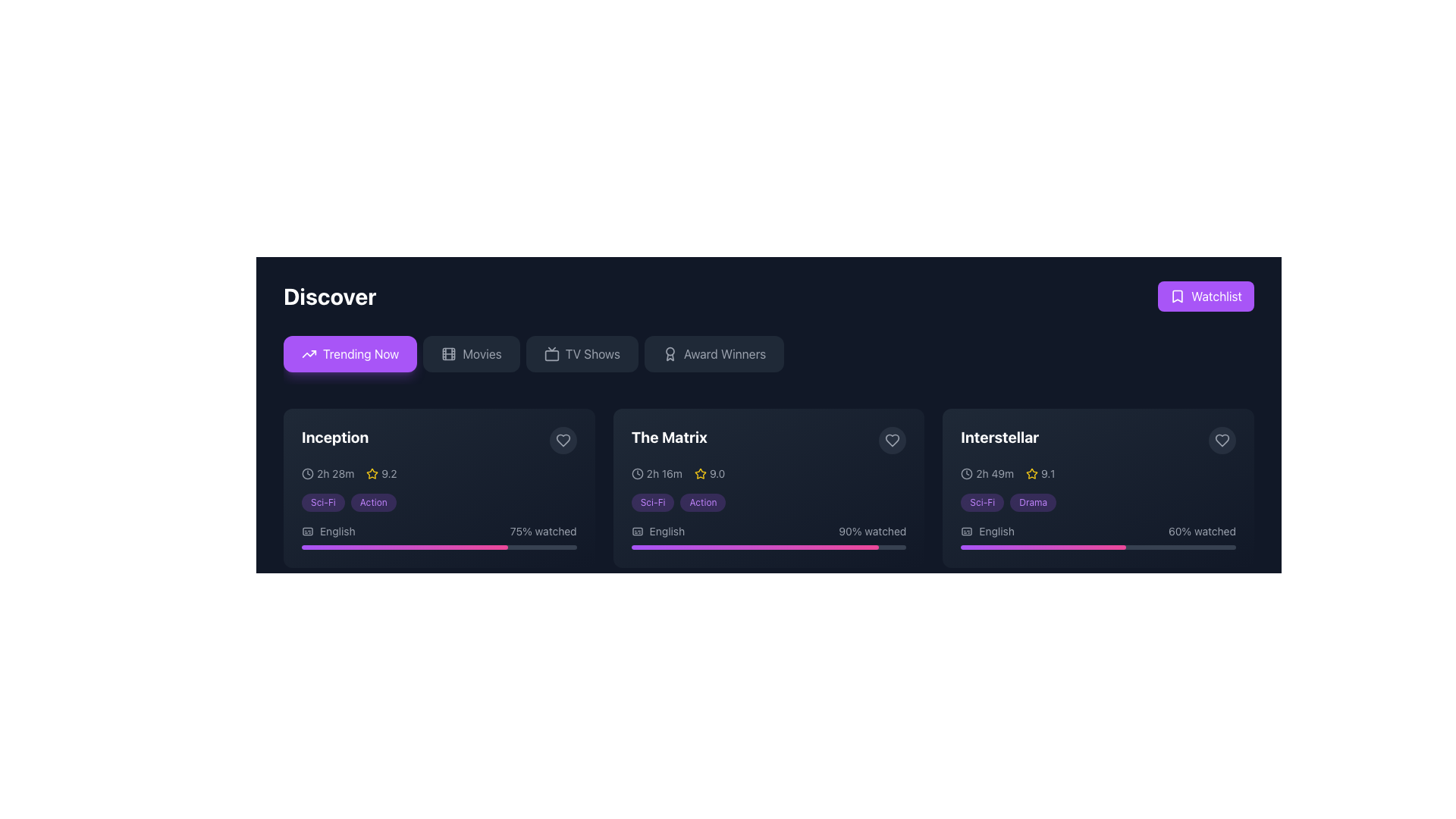 This screenshot has width=1456, height=819. What do you see at coordinates (327, 472) in the screenshot?
I see `the Label with icon indicating the duration of the movie 'Inception', located in the first card under the 'Discover' section, to the left of the rating '9.2'` at bounding box center [327, 472].